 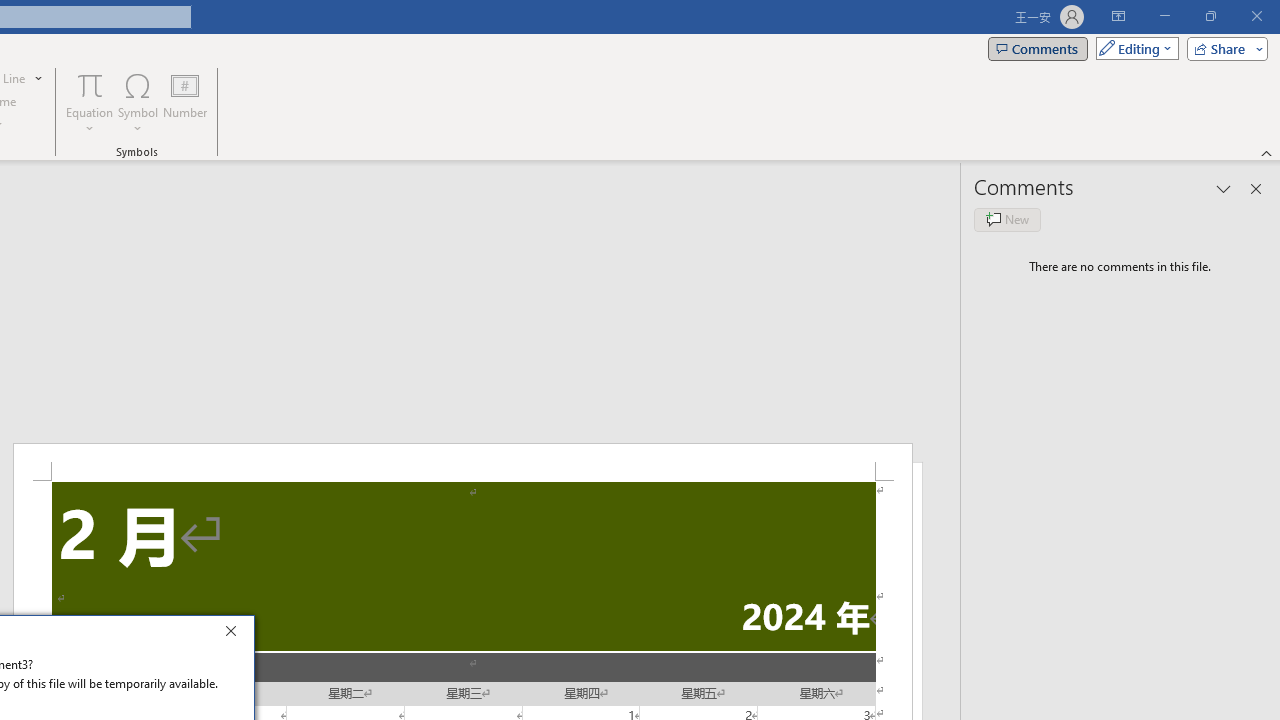 I want to click on 'New comment', so click(x=1007, y=219).